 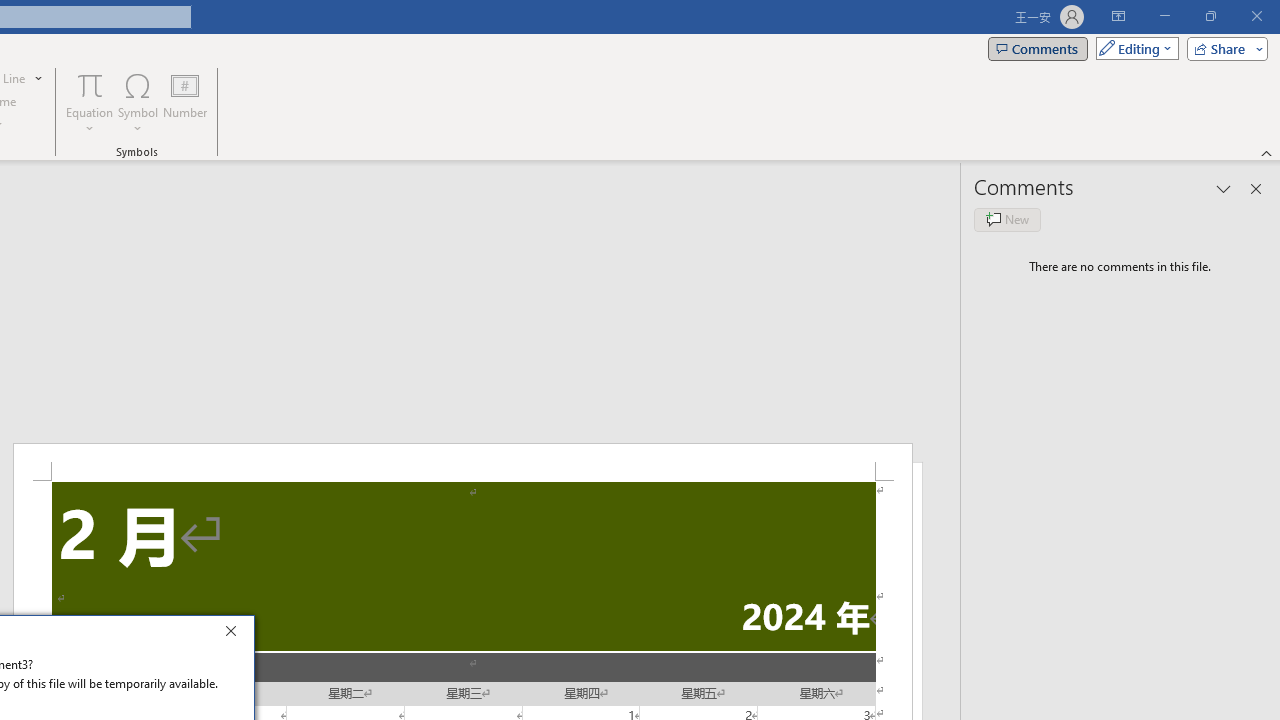 I want to click on 'New comment', so click(x=1007, y=219).